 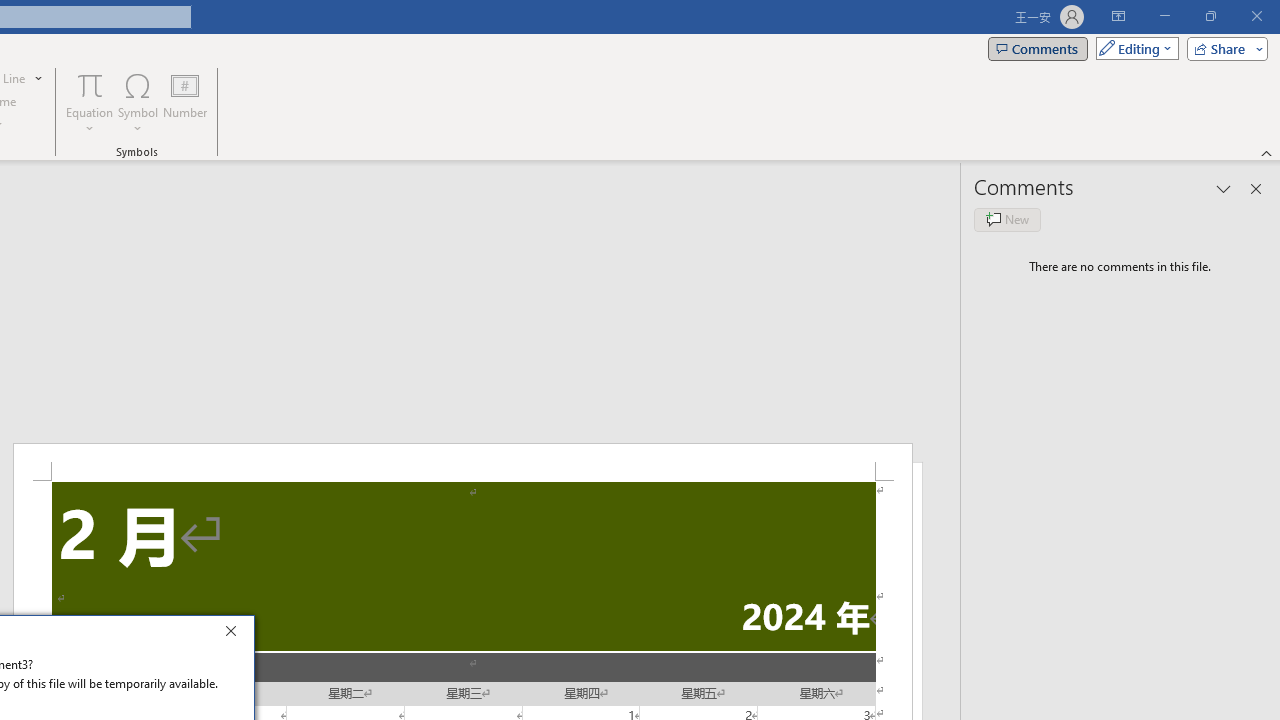 I want to click on 'New comment', so click(x=1007, y=219).